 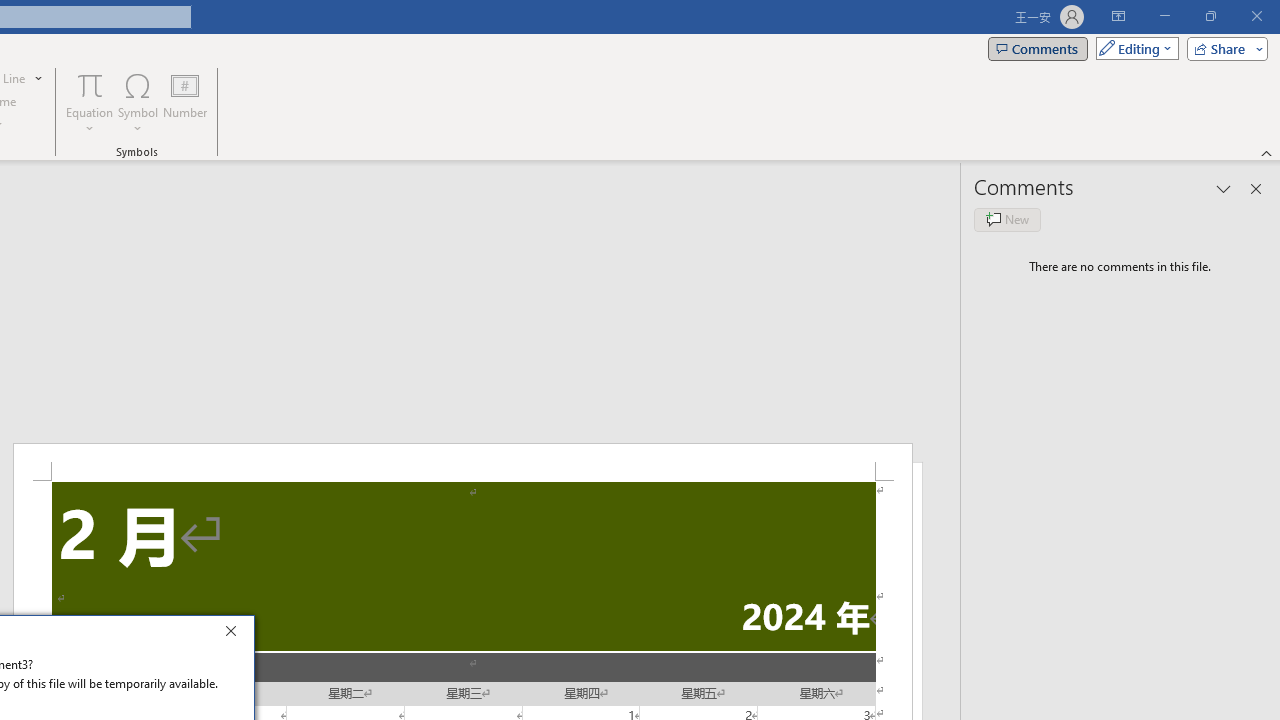 I want to click on 'New comment', so click(x=1007, y=219).